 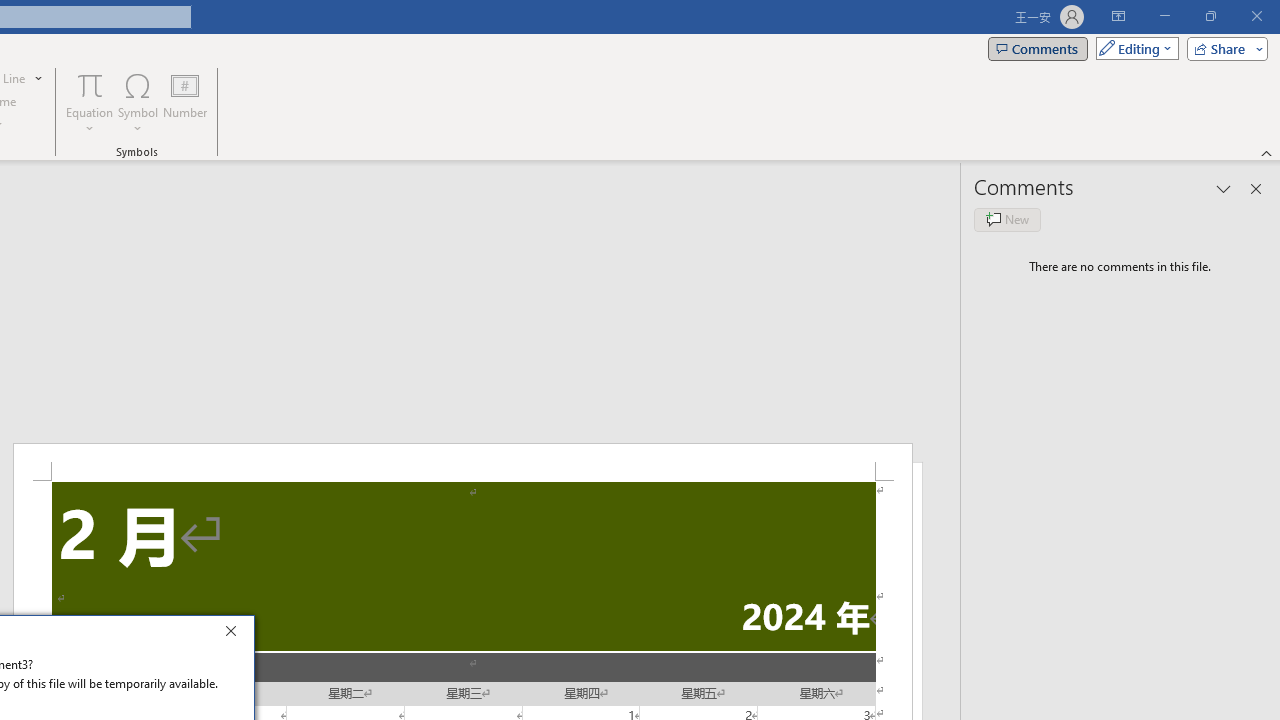 I want to click on 'New comment', so click(x=1007, y=219).